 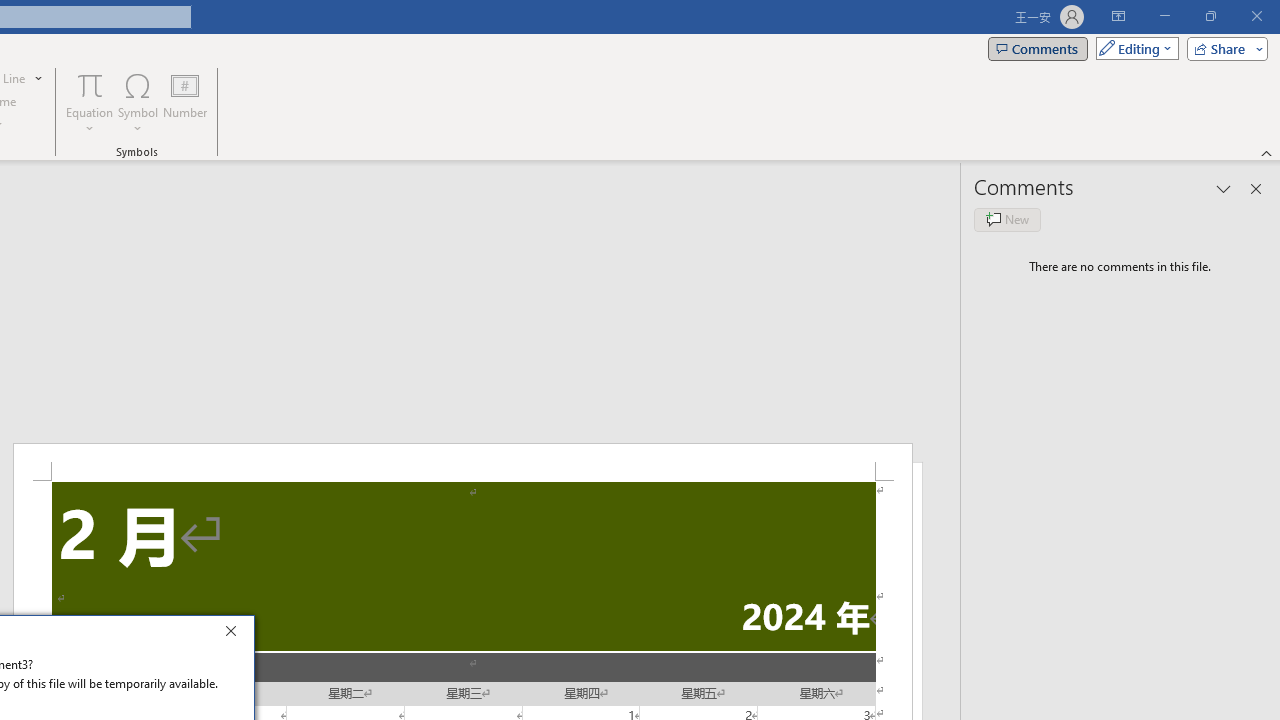 I want to click on 'New comment', so click(x=1007, y=219).